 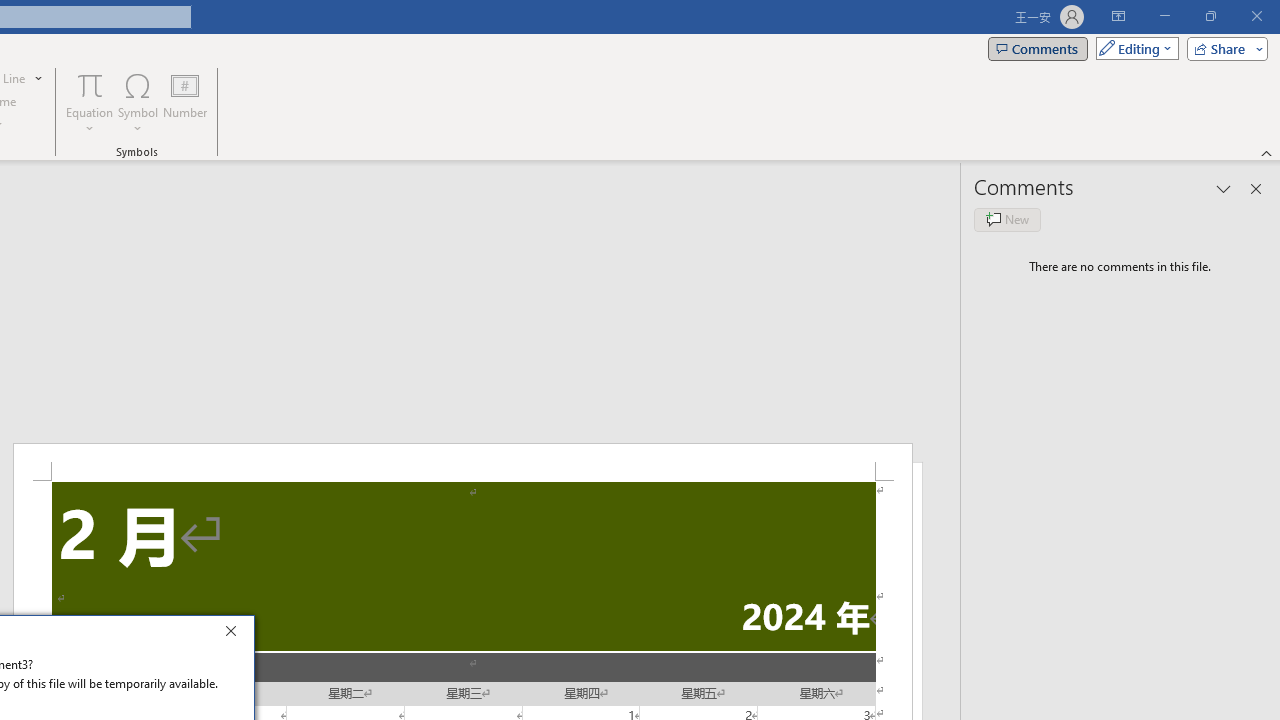 I want to click on 'New comment', so click(x=1007, y=219).